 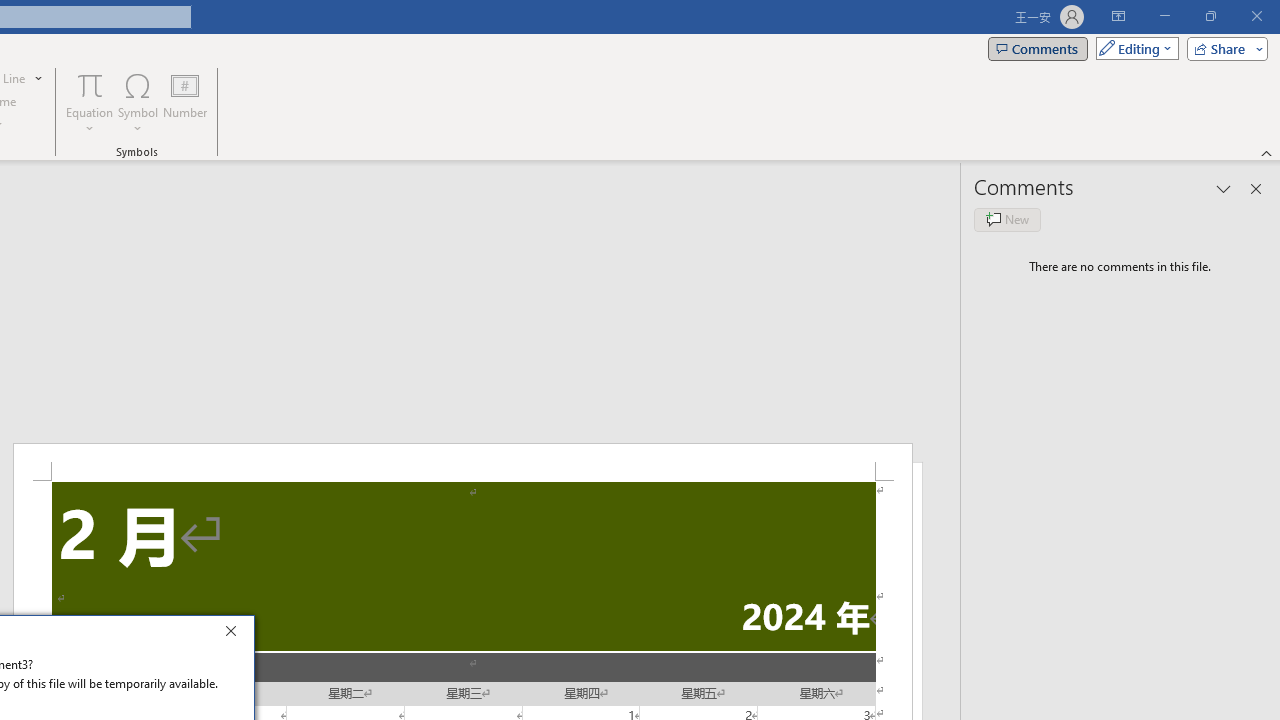 I want to click on 'New comment', so click(x=1007, y=219).